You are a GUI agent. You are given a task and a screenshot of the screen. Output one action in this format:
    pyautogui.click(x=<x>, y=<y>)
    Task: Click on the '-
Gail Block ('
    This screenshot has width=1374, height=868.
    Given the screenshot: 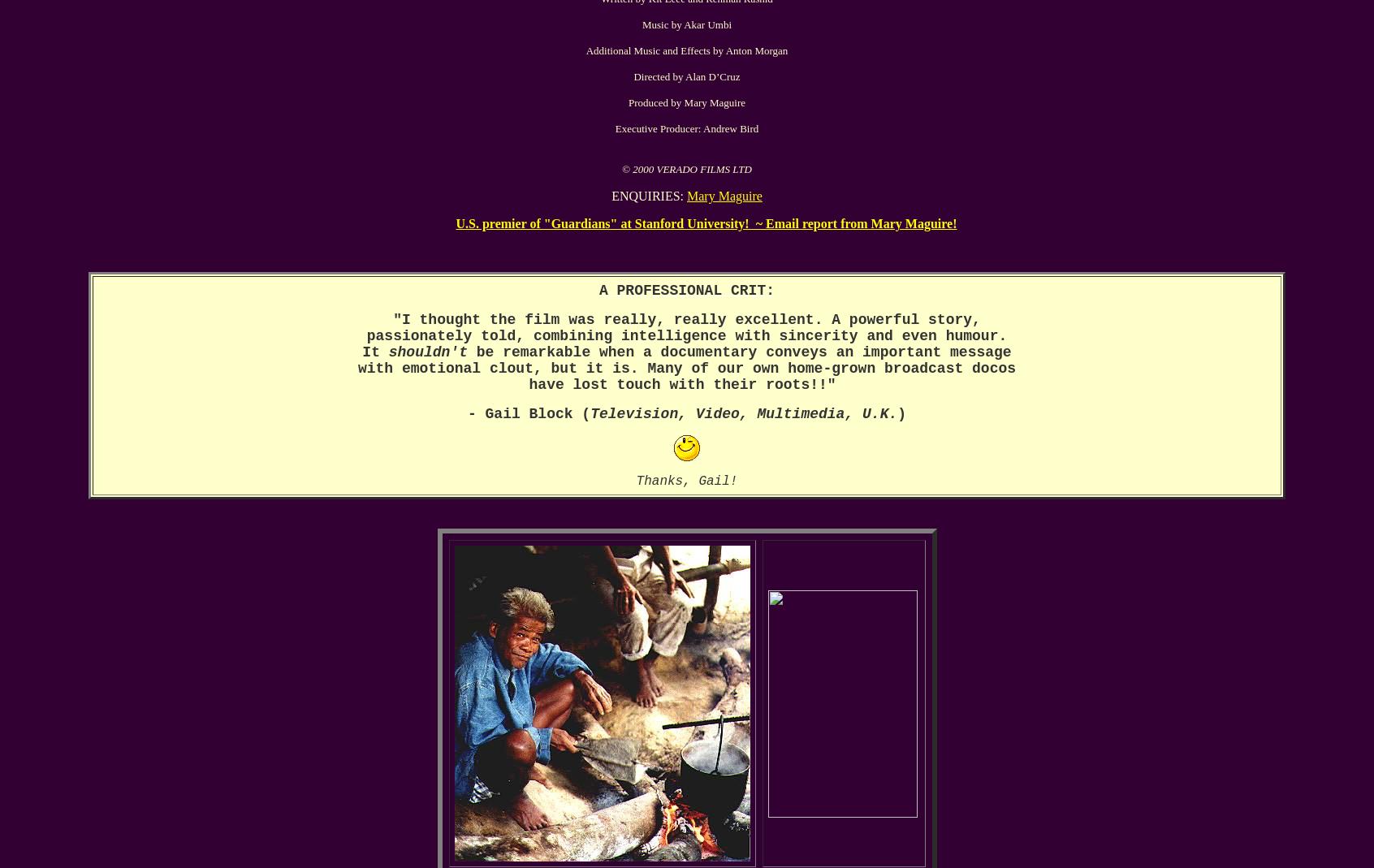 What is the action you would take?
    pyautogui.click(x=465, y=413)
    